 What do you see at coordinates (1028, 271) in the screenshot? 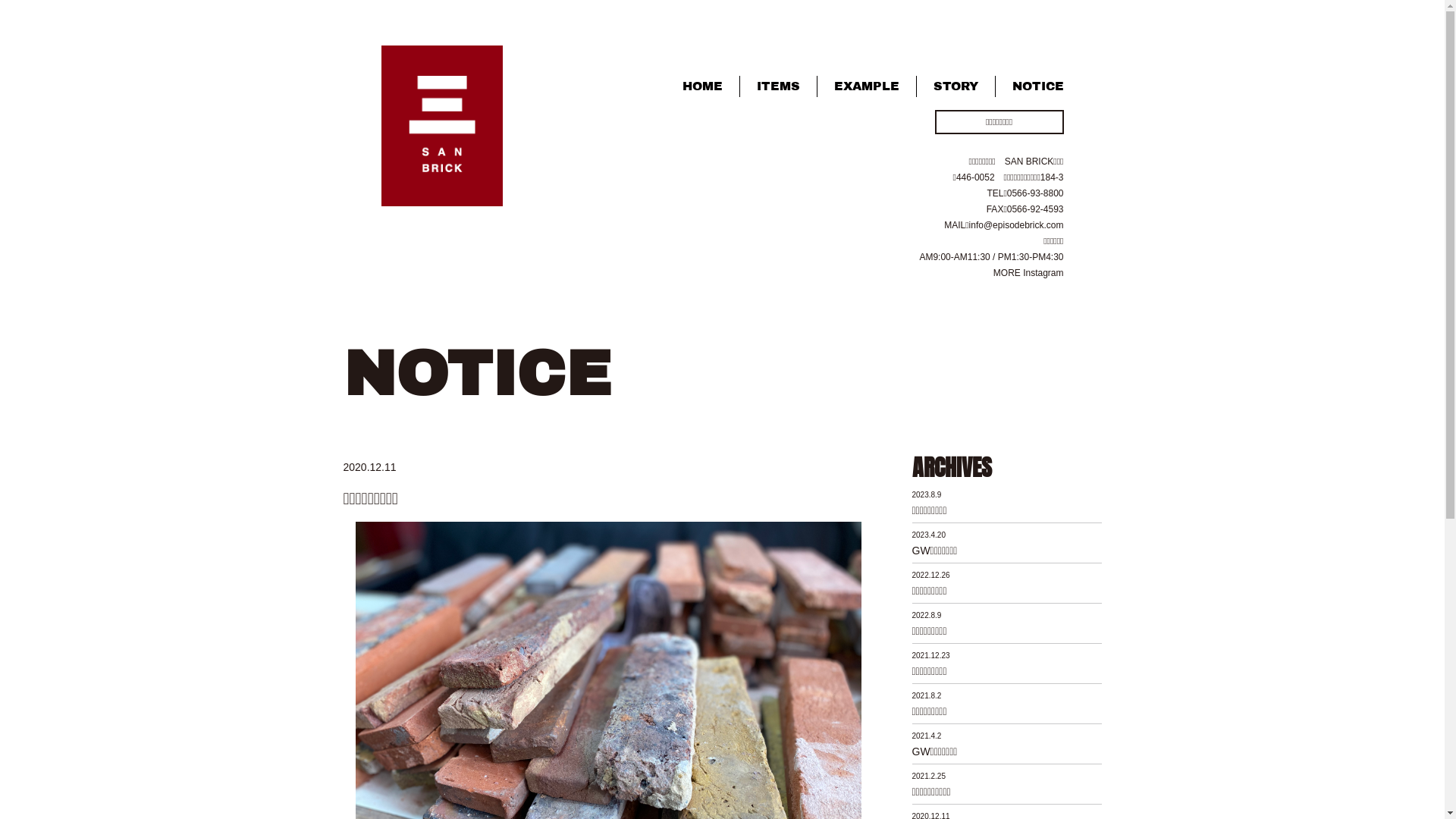
I see `'MORE Instagram'` at bounding box center [1028, 271].